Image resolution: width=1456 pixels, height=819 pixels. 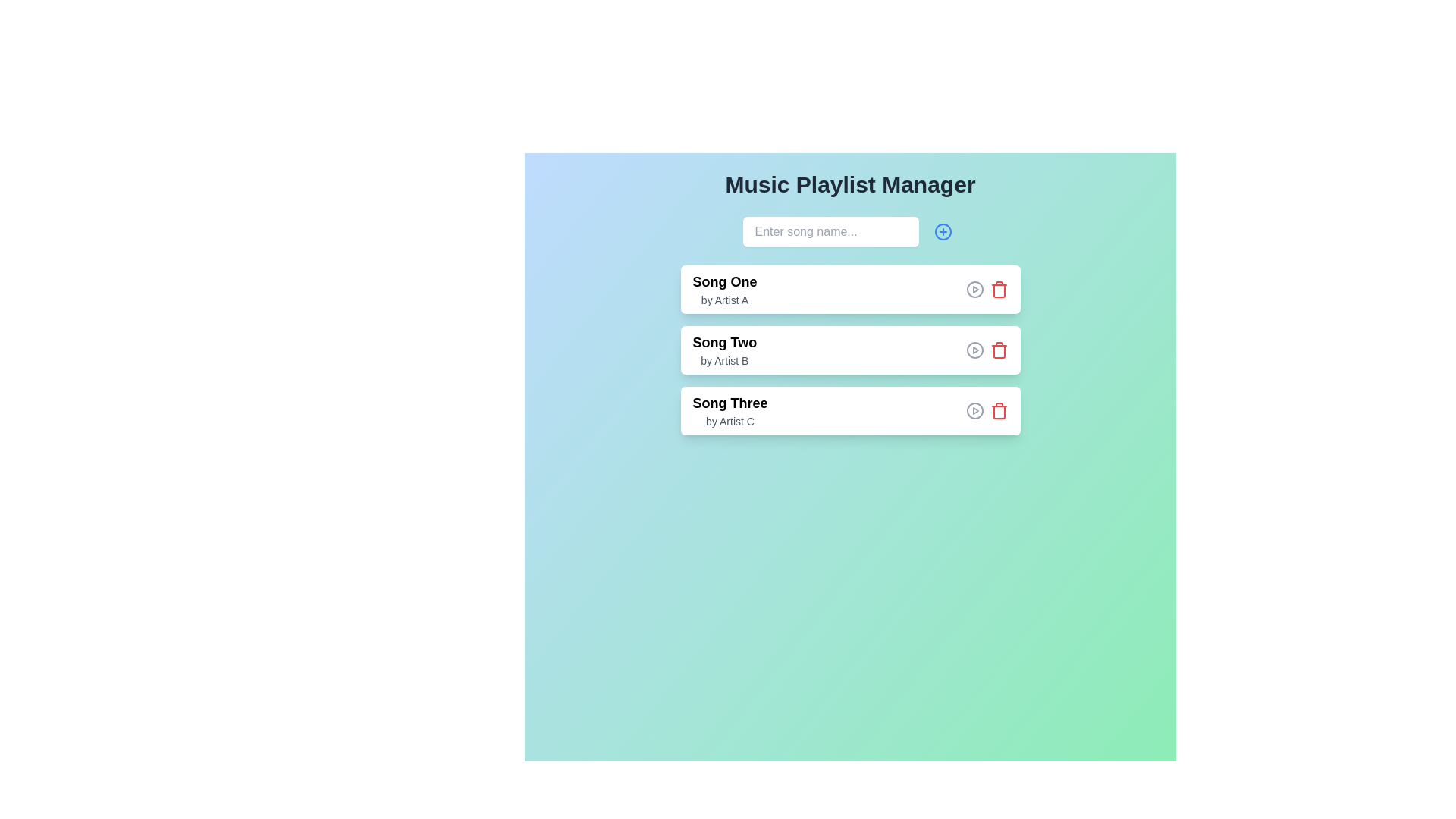 I want to click on the text label that titles the first song in the playlist, located at the top of the vertical list structure, so click(x=723, y=281).